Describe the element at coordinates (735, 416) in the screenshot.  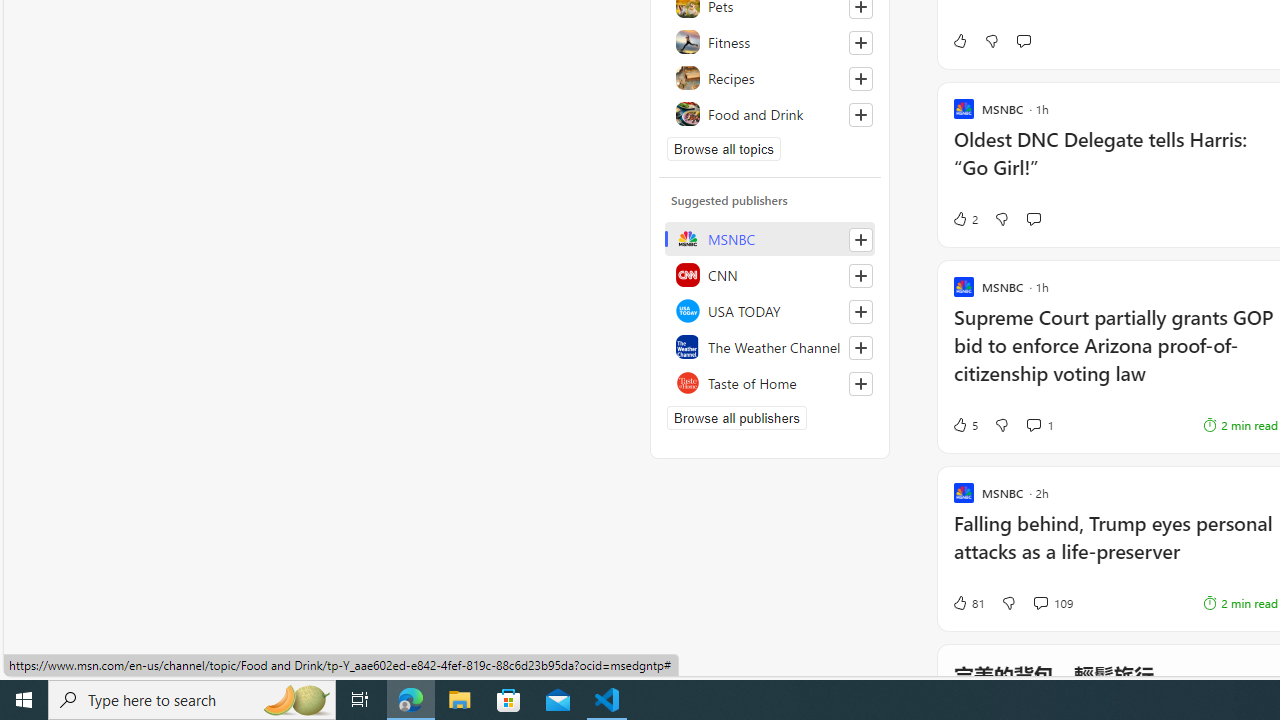
I see `'Browse all publishers'` at that location.